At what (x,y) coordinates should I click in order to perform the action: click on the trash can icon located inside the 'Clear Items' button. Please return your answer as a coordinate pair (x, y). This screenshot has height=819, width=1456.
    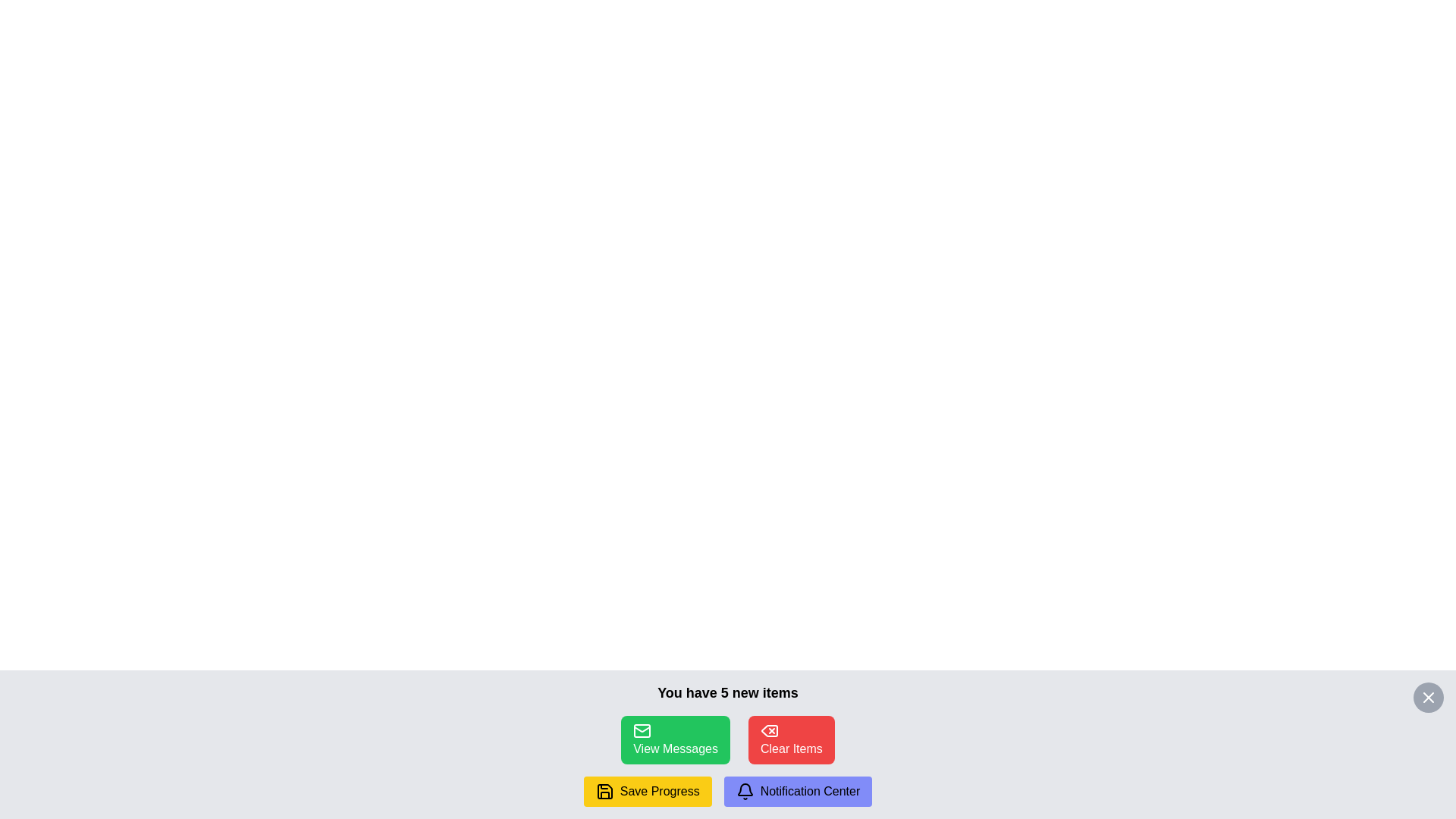
    Looking at the image, I should click on (769, 730).